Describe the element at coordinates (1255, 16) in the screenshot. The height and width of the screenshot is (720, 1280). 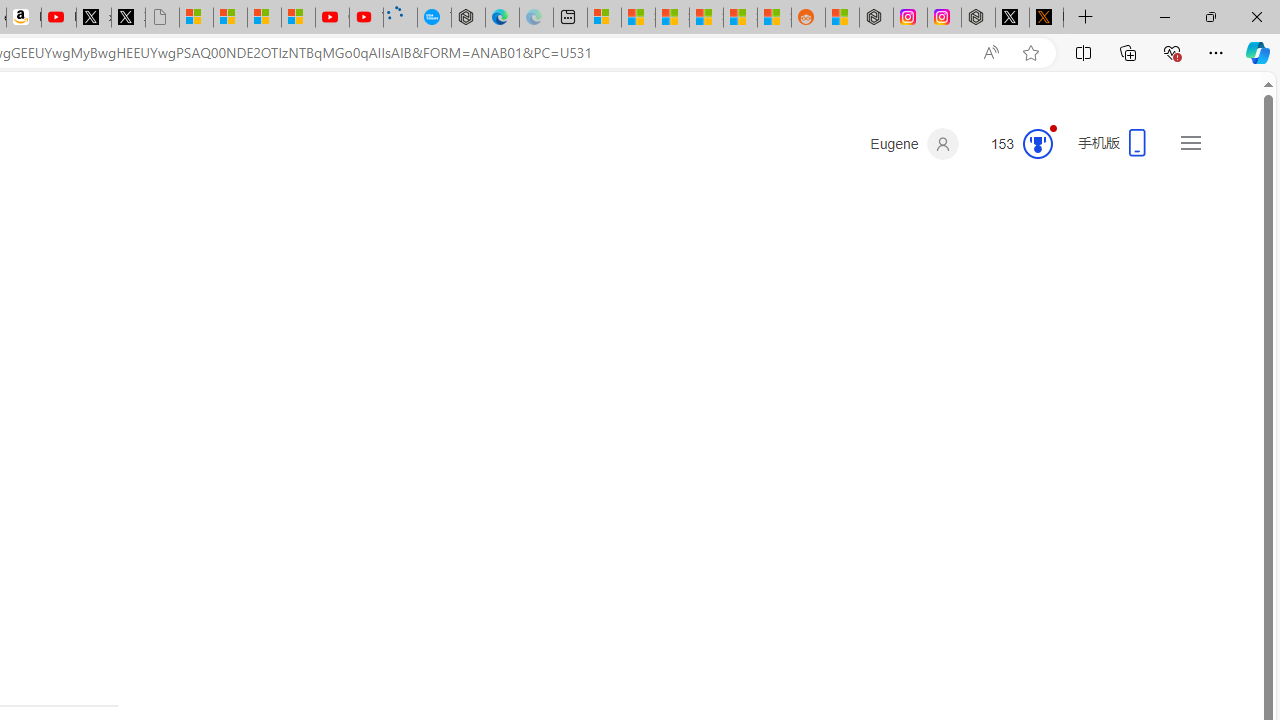
I see `'Close'` at that location.